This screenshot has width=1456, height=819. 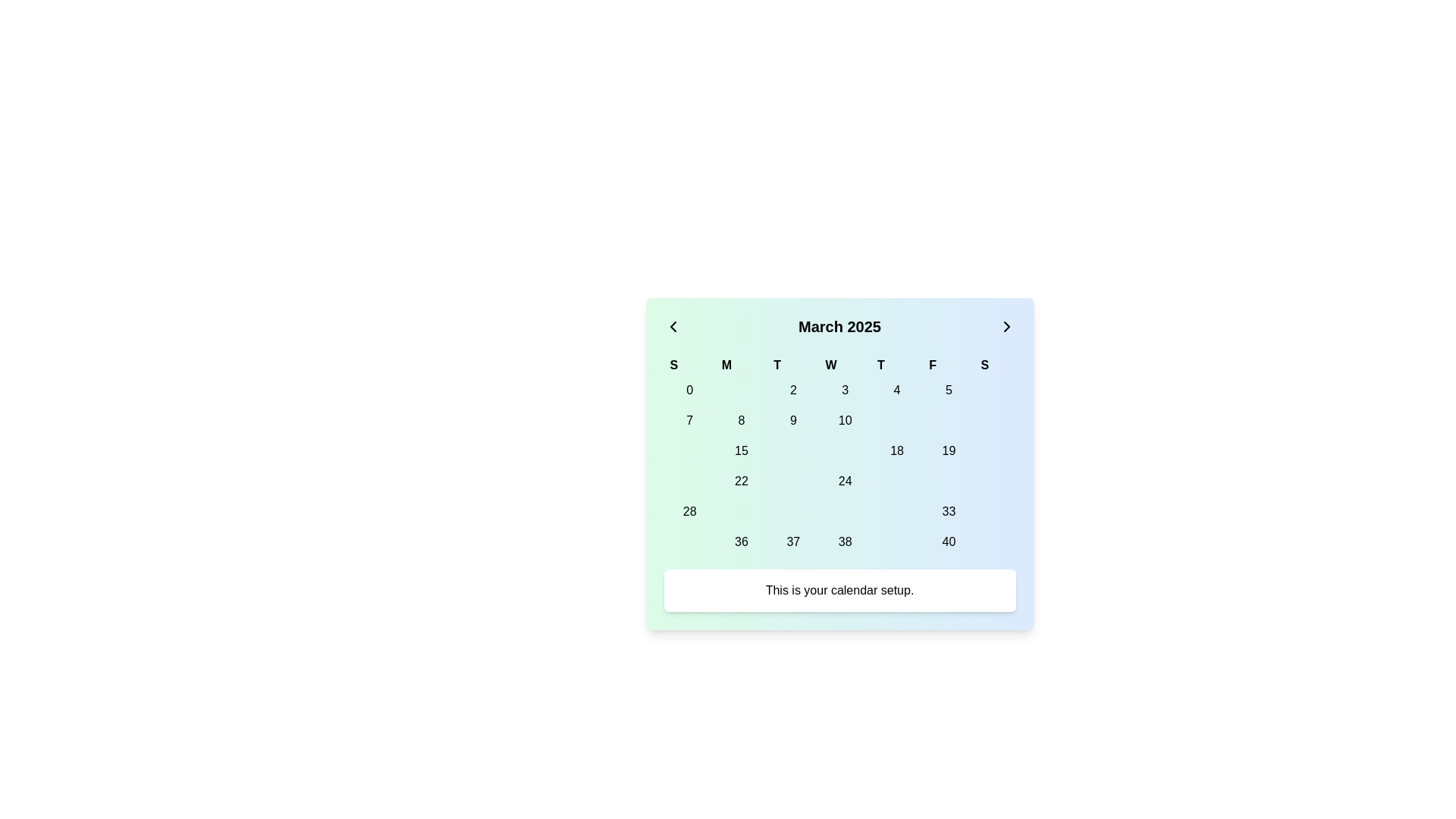 What do you see at coordinates (1006, 326) in the screenshot?
I see `the rightward chevron icon located at the far right of the calendar header bar` at bounding box center [1006, 326].